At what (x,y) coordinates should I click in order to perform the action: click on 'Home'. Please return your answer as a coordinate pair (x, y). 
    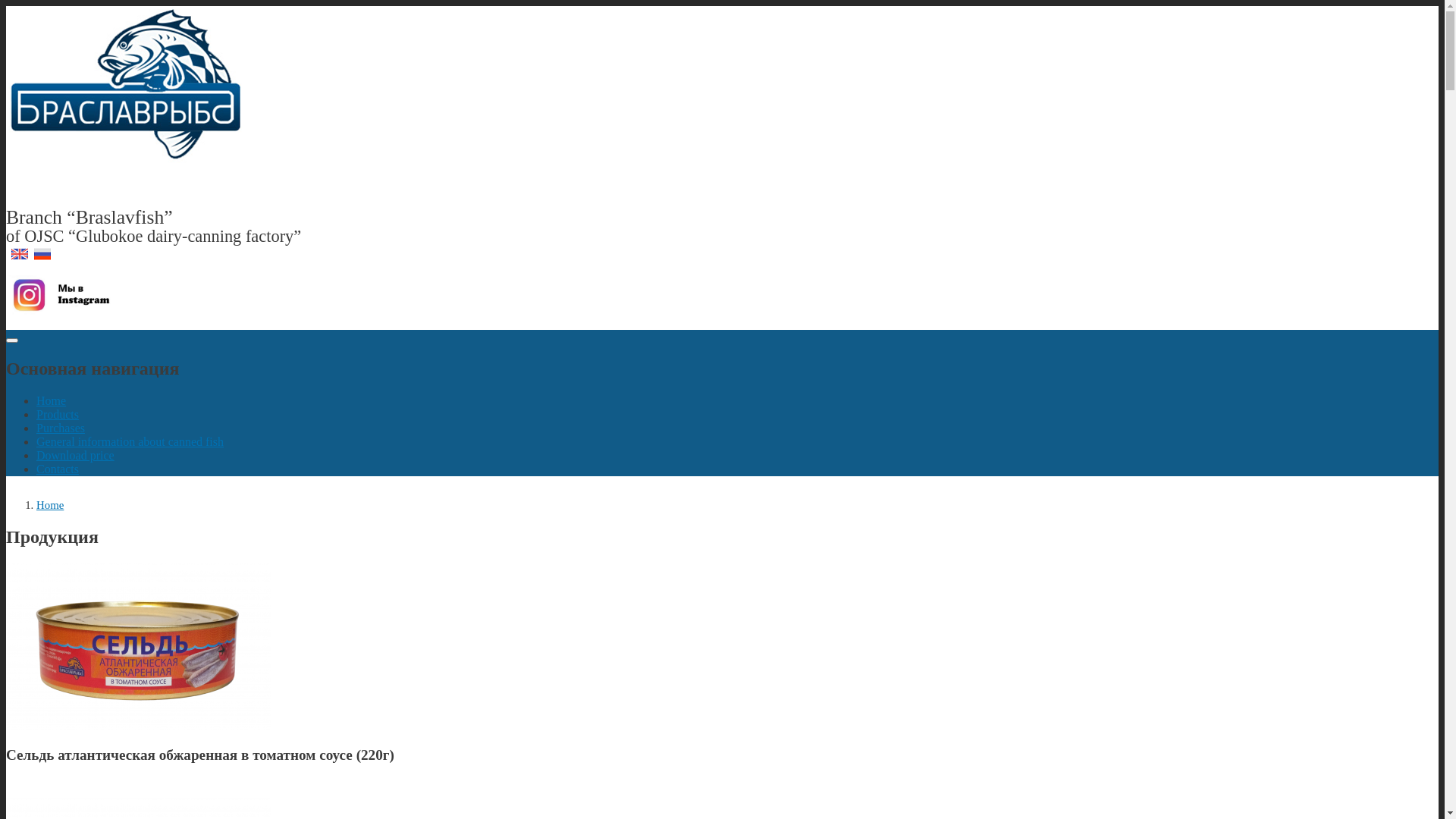
    Looking at the image, I should click on (51, 400).